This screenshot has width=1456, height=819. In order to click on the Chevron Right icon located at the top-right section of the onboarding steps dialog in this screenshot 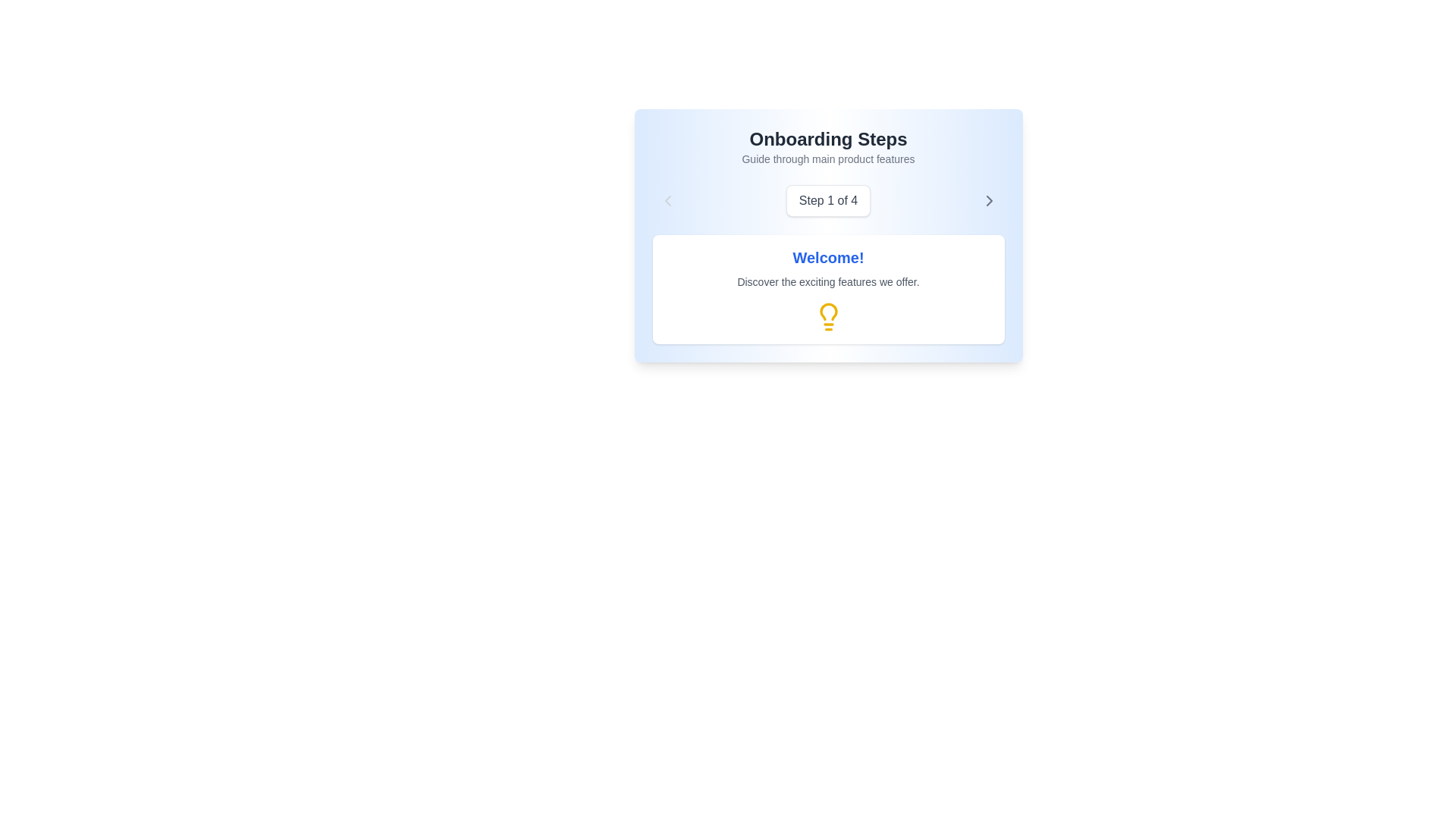, I will do `click(989, 200)`.